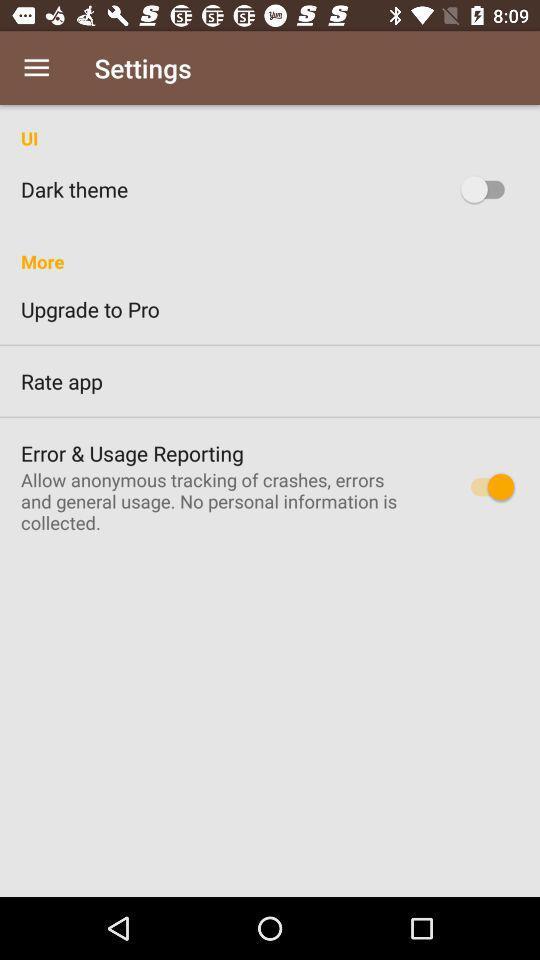 The image size is (540, 960). What do you see at coordinates (486, 189) in the screenshot?
I see `switch dark theme` at bounding box center [486, 189].